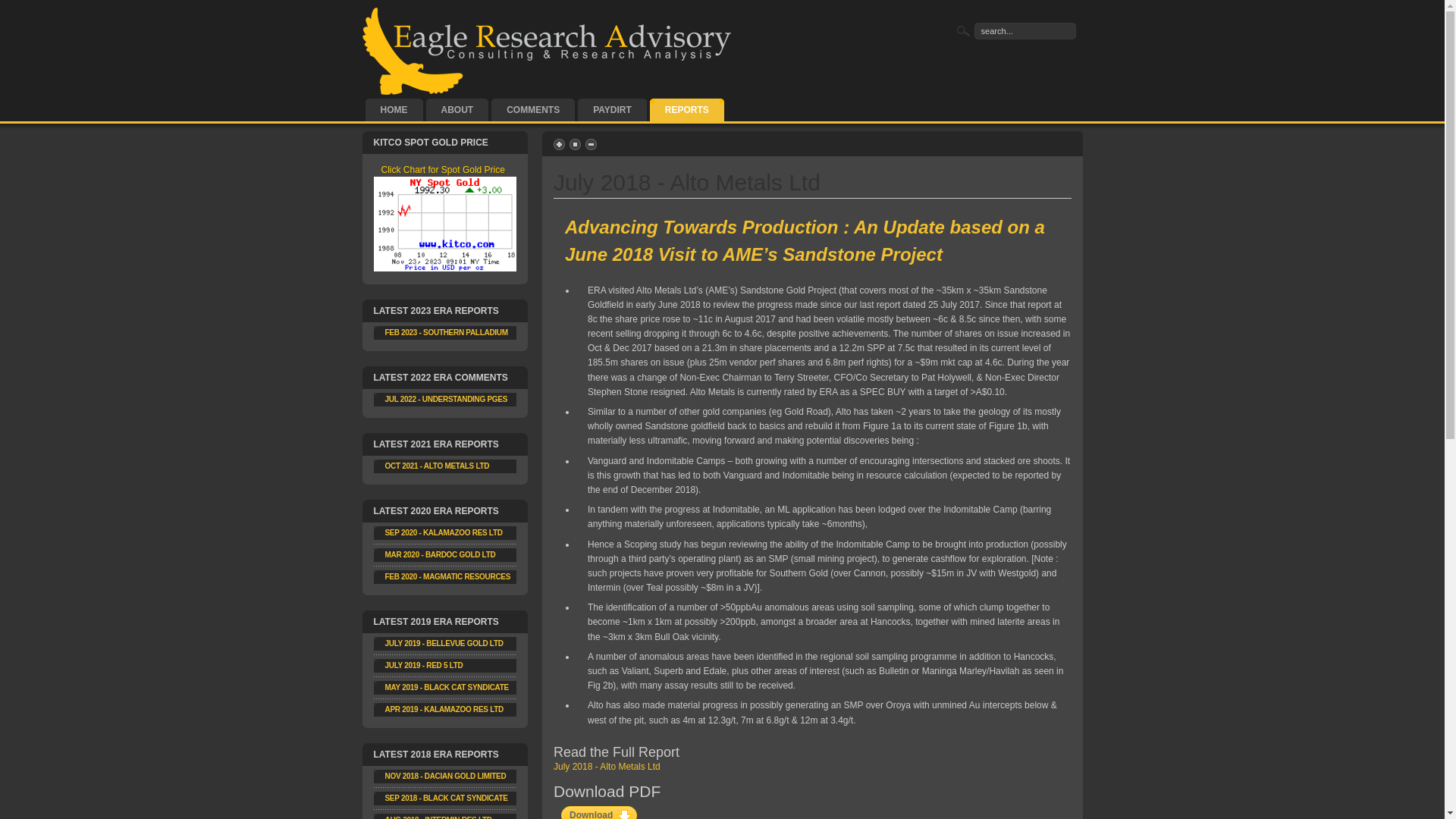  What do you see at coordinates (491, 109) in the screenshot?
I see `'COMMENTS'` at bounding box center [491, 109].